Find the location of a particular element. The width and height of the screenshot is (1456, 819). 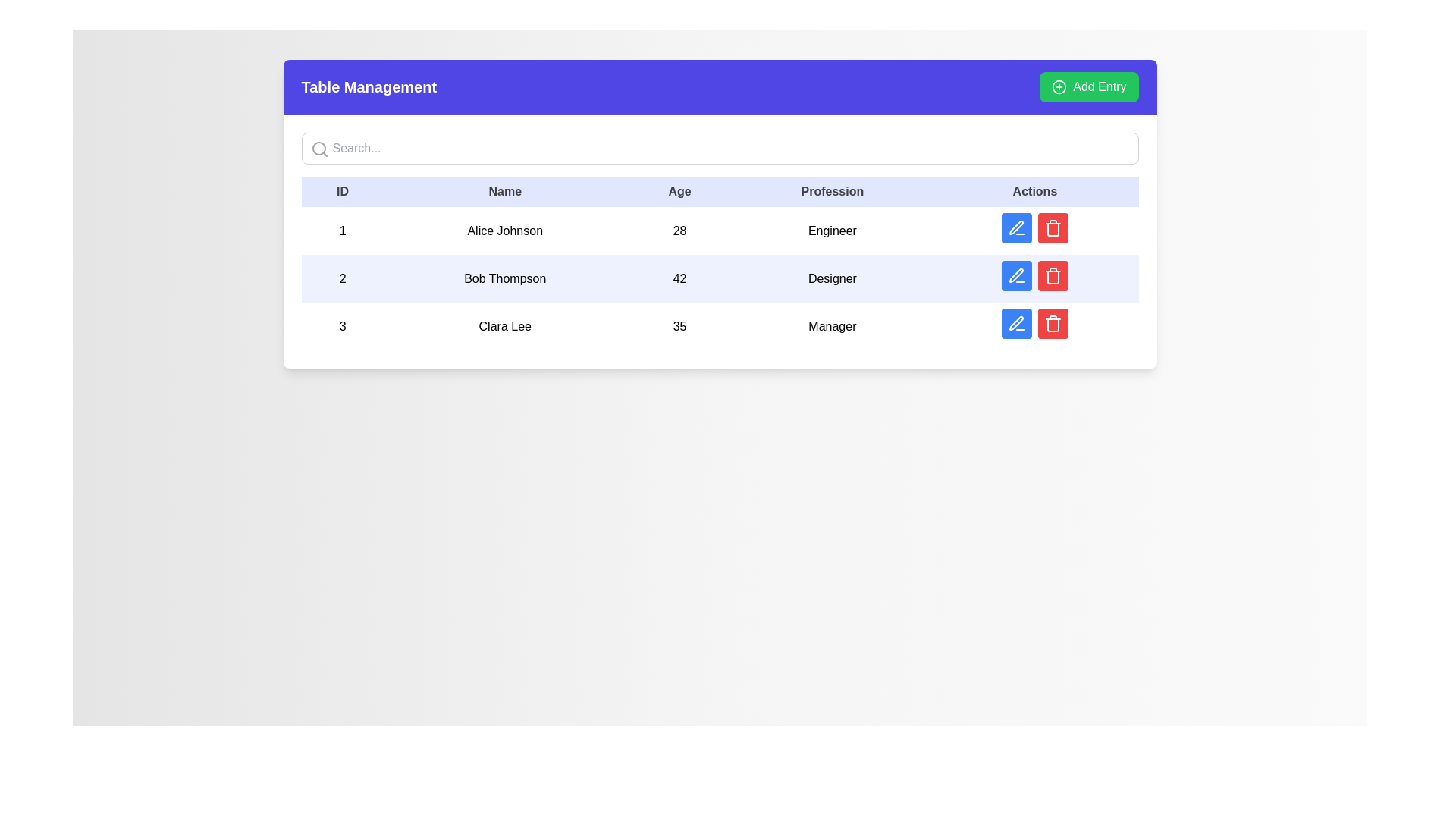

the edit icon button in the actions column of the table for user Alice Johnson is located at coordinates (1016, 227).